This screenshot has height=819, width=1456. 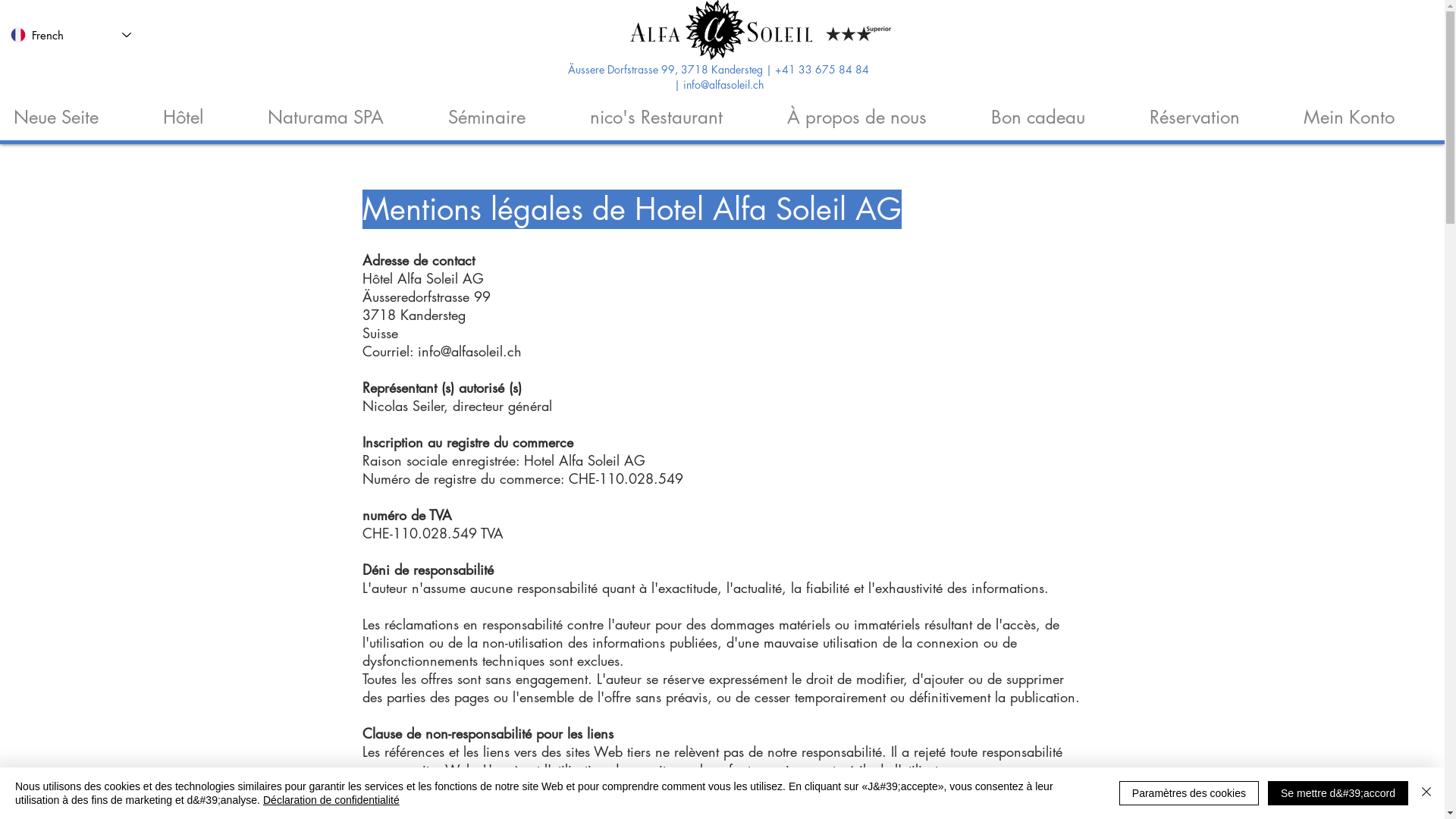 I want to click on 'Naturama SPA', so click(x=344, y=109).